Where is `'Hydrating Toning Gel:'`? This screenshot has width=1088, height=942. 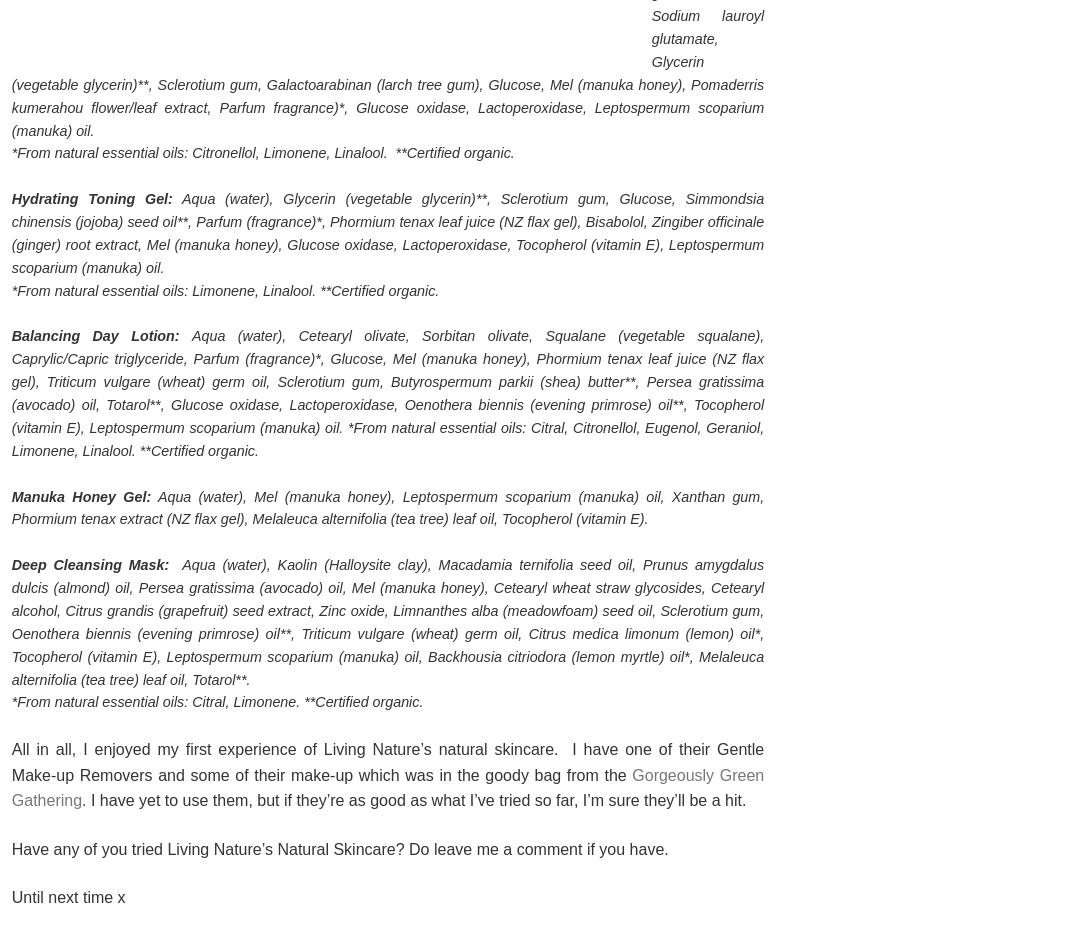
'Hydrating Toning Gel:' is located at coordinates (91, 199).